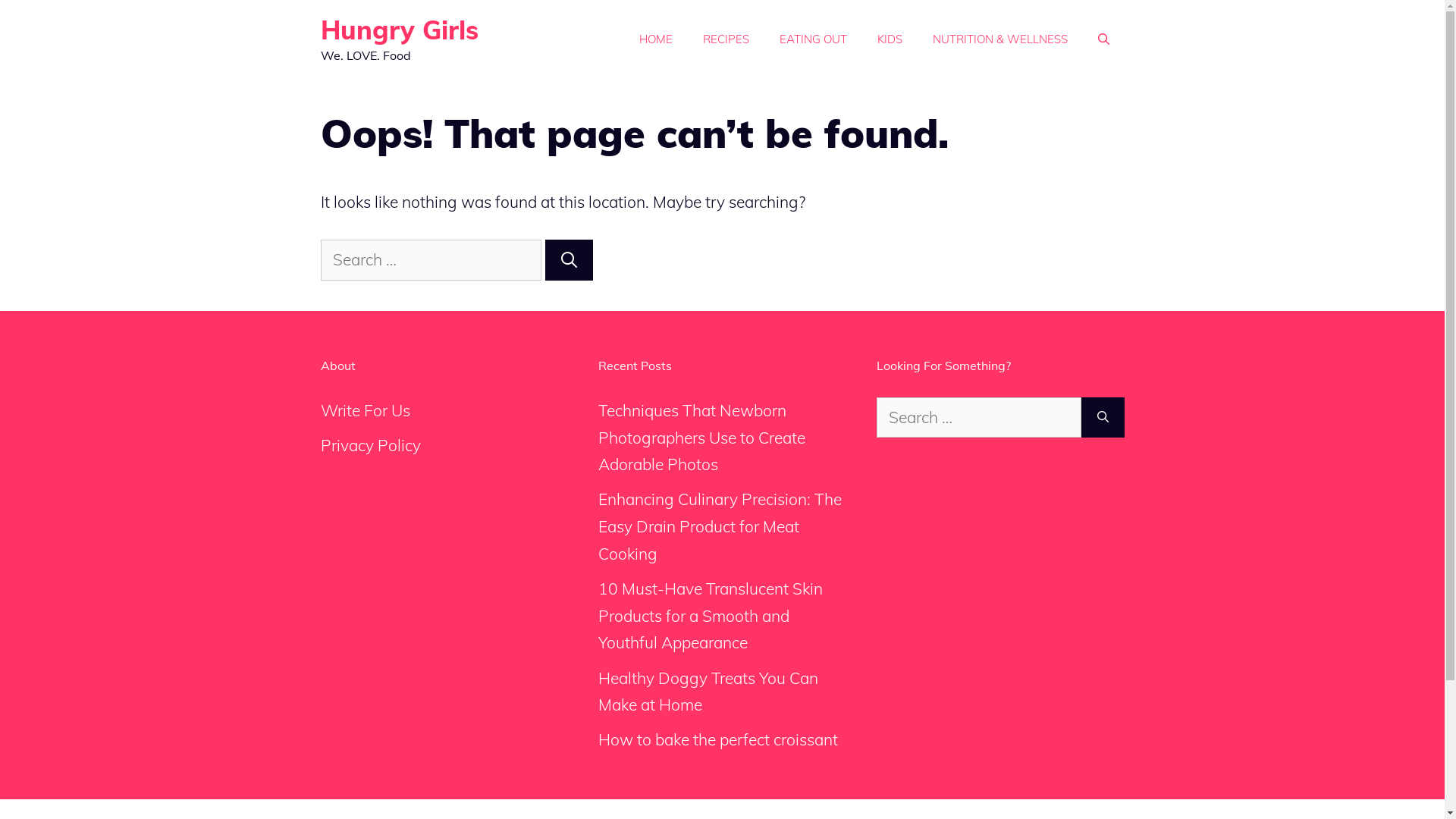 The width and height of the screenshot is (1456, 819). Describe the element at coordinates (708, 691) in the screenshot. I see `'Healthy Doggy Treats You Can Make at Home'` at that location.